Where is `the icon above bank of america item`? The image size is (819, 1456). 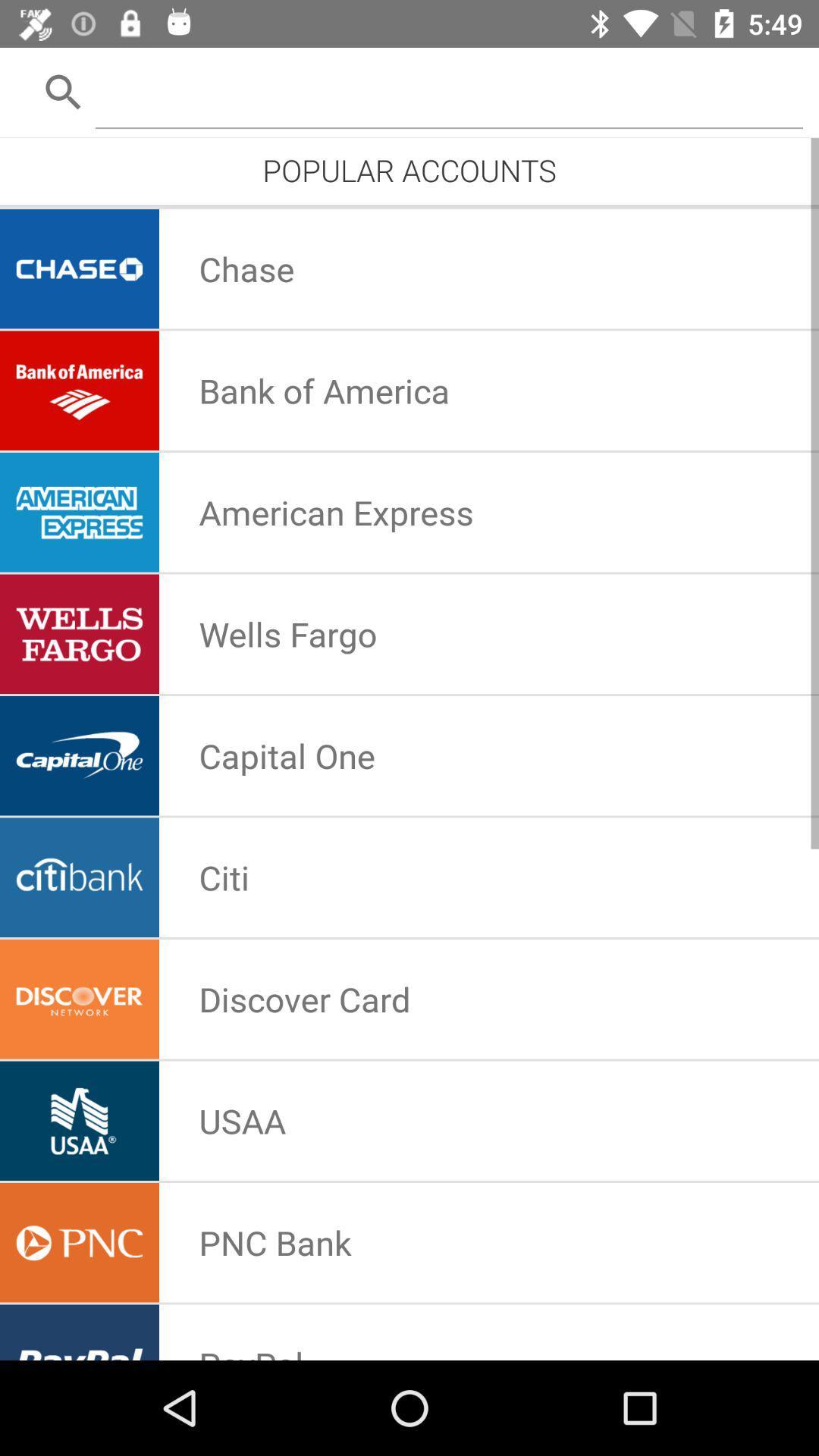
the icon above bank of america item is located at coordinates (246, 268).